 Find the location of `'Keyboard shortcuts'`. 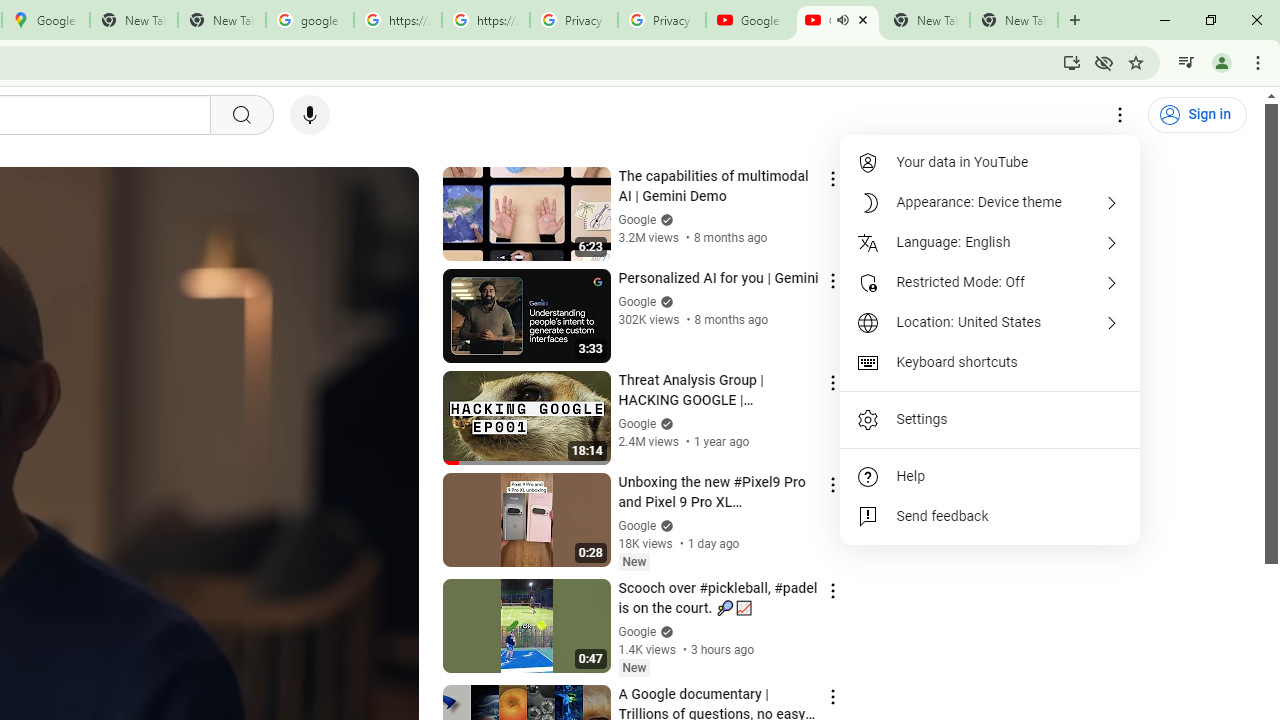

'Keyboard shortcuts' is located at coordinates (990, 362).